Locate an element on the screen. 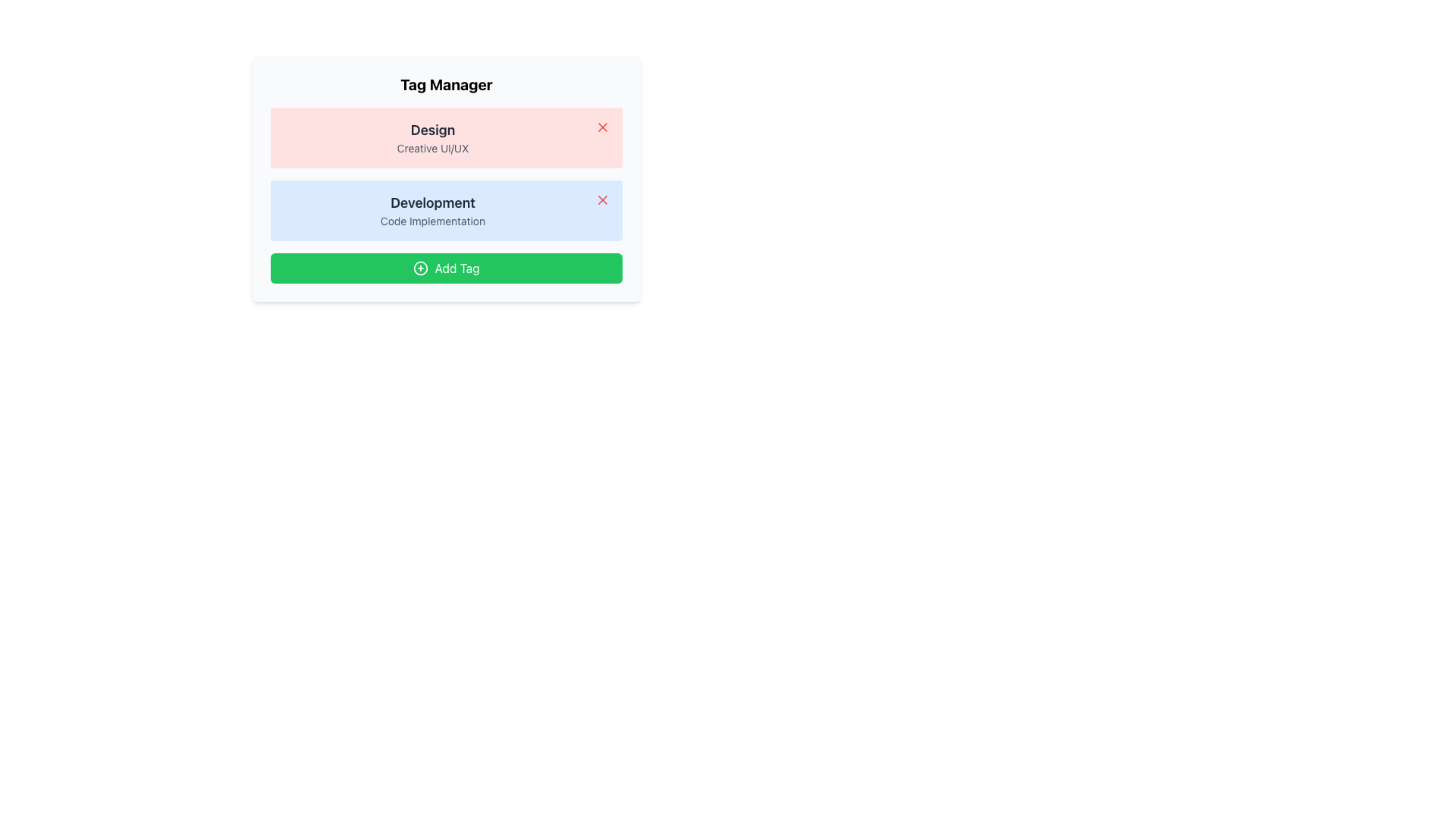  the 'Add Tag' button located at the bottom of the 'Tag Manager' card is located at coordinates (446, 268).